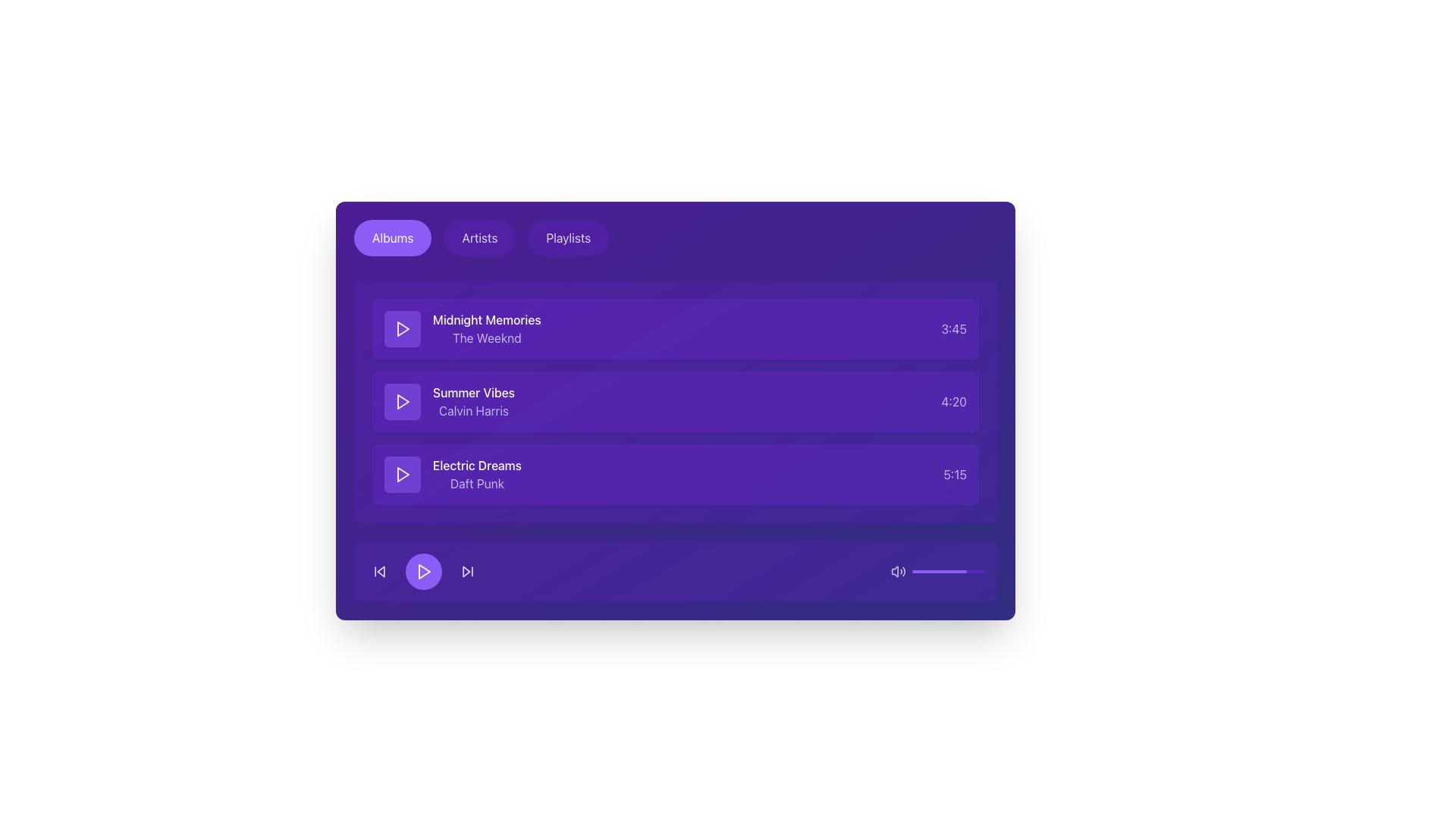 This screenshot has height=819, width=1456. Describe the element at coordinates (937, 571) in the screenshot. I see `the volume` at that location.